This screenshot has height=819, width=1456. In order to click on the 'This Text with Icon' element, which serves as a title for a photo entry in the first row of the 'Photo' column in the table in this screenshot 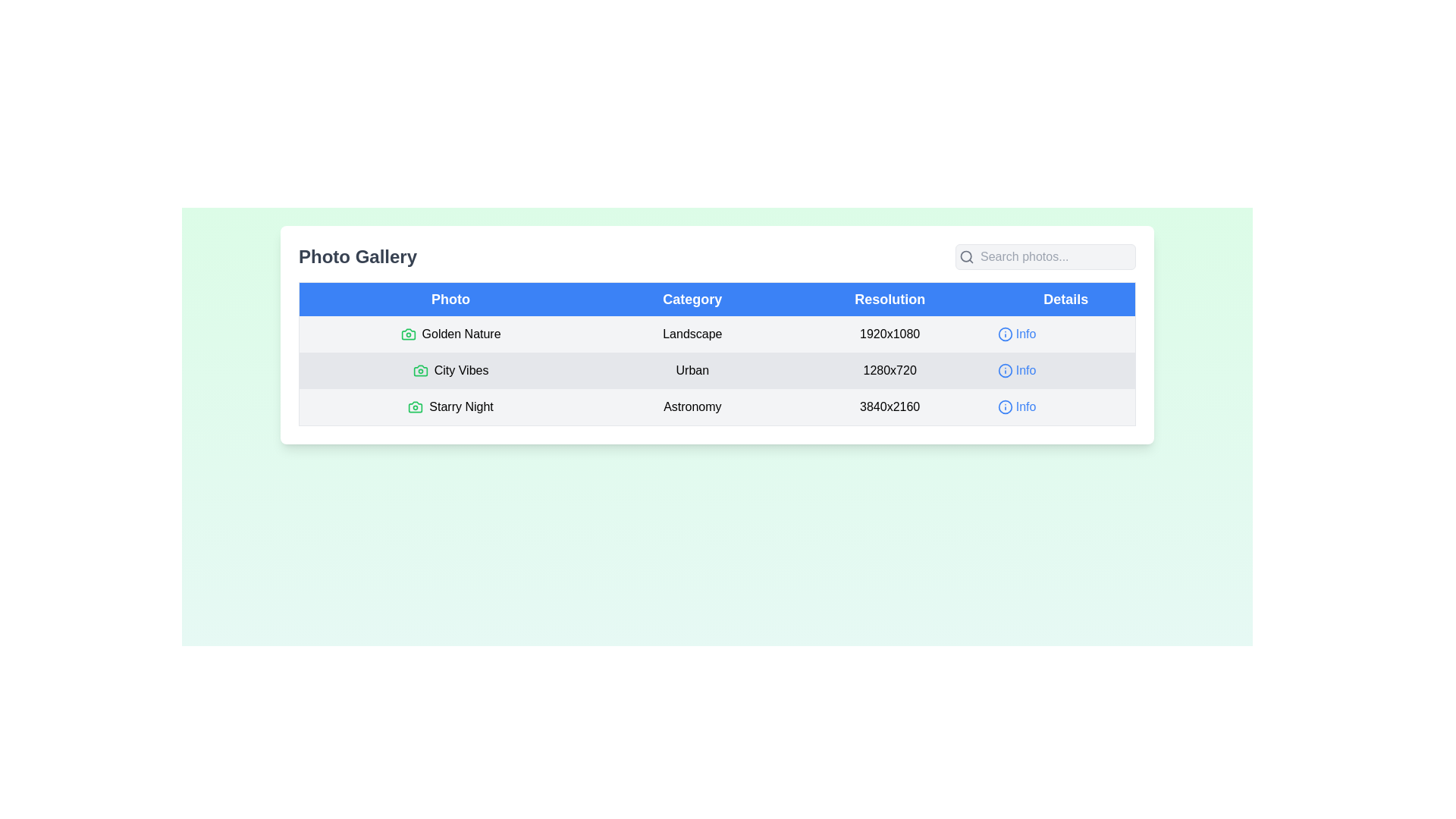, I will do `click(450, 333)`.